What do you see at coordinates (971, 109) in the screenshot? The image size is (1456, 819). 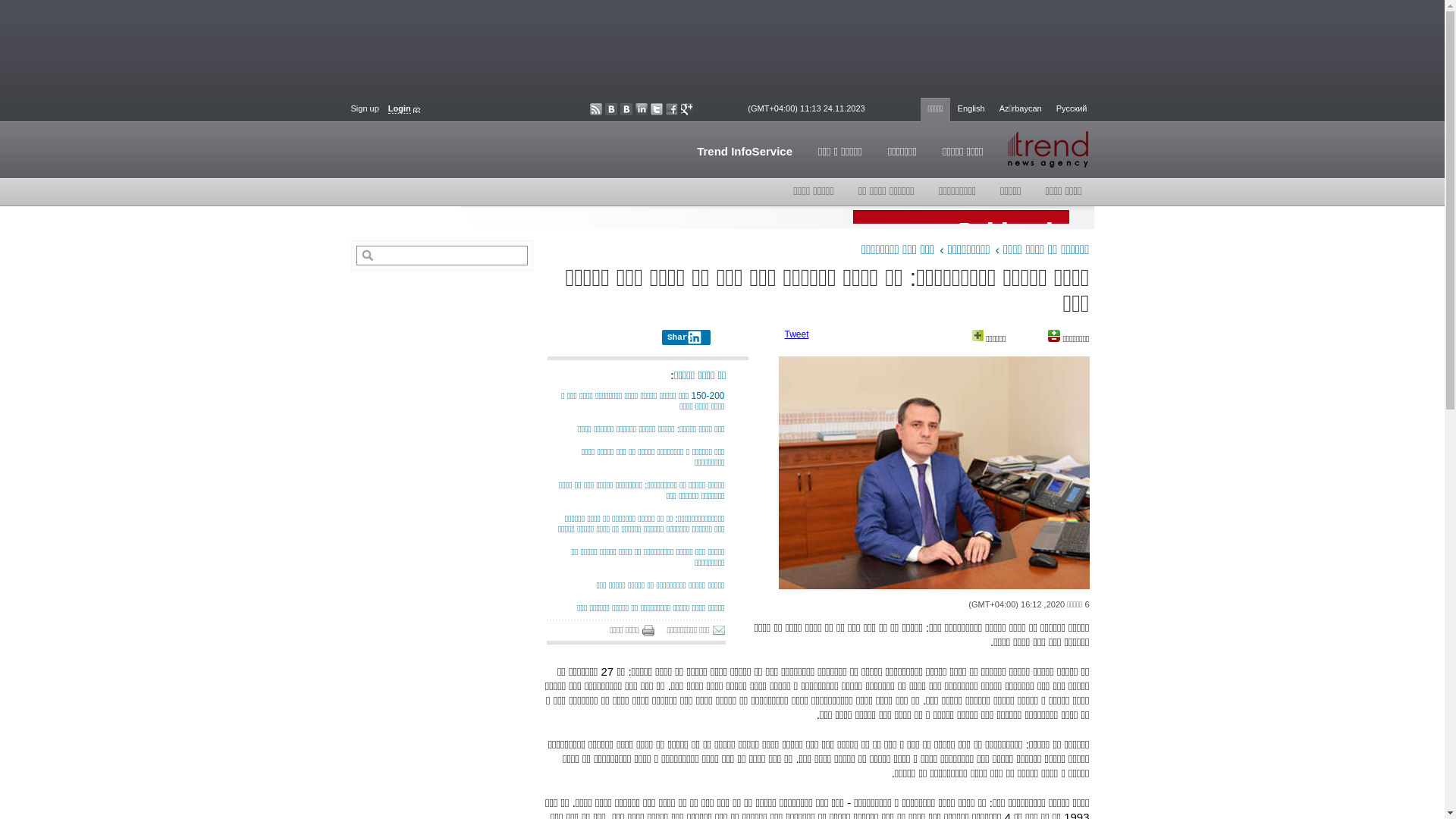 I see `'English'` at bounding box center [971, 109].